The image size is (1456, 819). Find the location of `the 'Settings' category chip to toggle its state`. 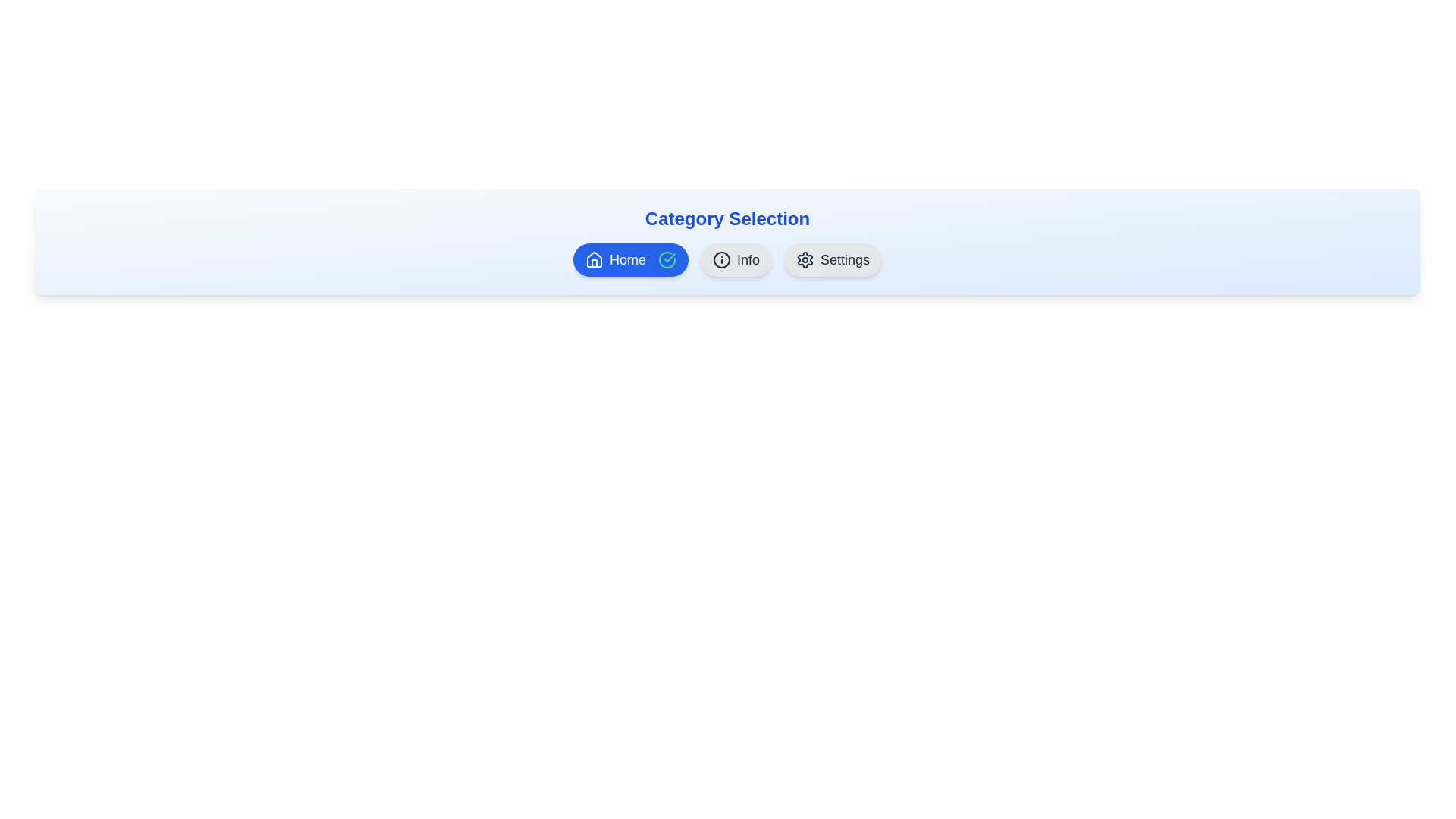

the 'Settings' category chip to toggle its state is located at coordinates (832, 259).